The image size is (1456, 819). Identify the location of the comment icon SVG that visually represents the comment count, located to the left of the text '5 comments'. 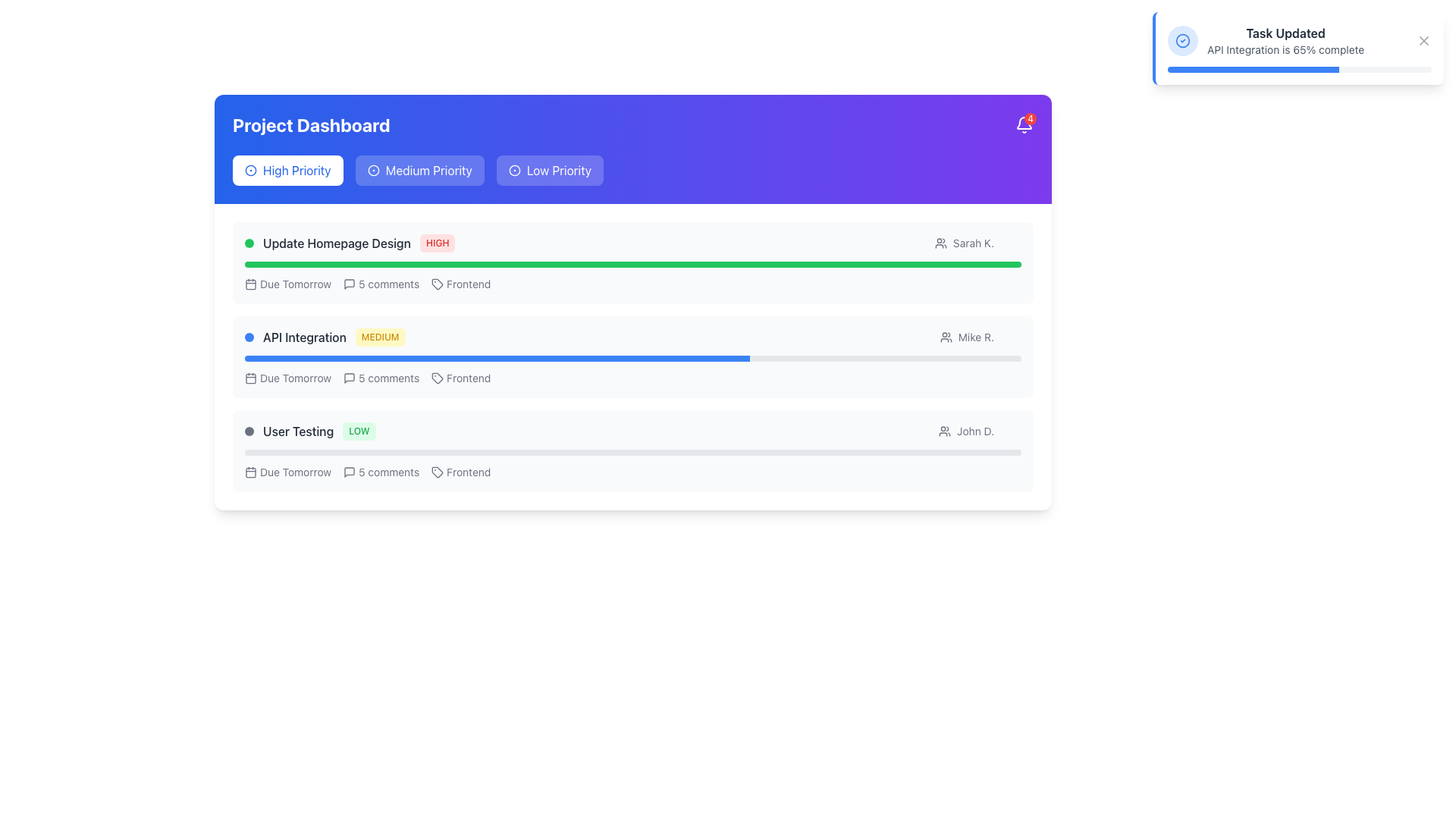
(349, 472).